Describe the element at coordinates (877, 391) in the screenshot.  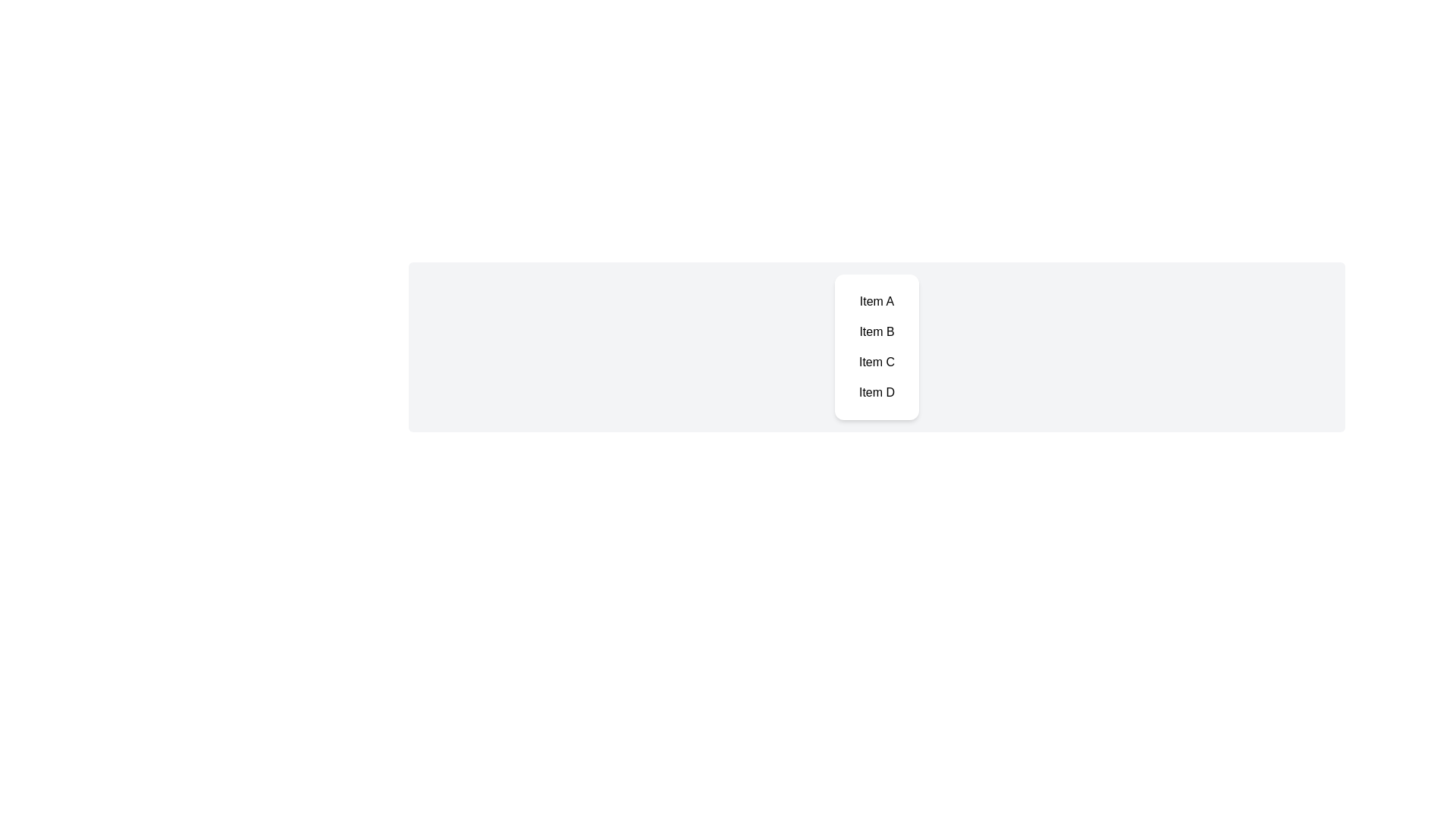
I see `the item labeled Item D to observe its hover effect` at that location.